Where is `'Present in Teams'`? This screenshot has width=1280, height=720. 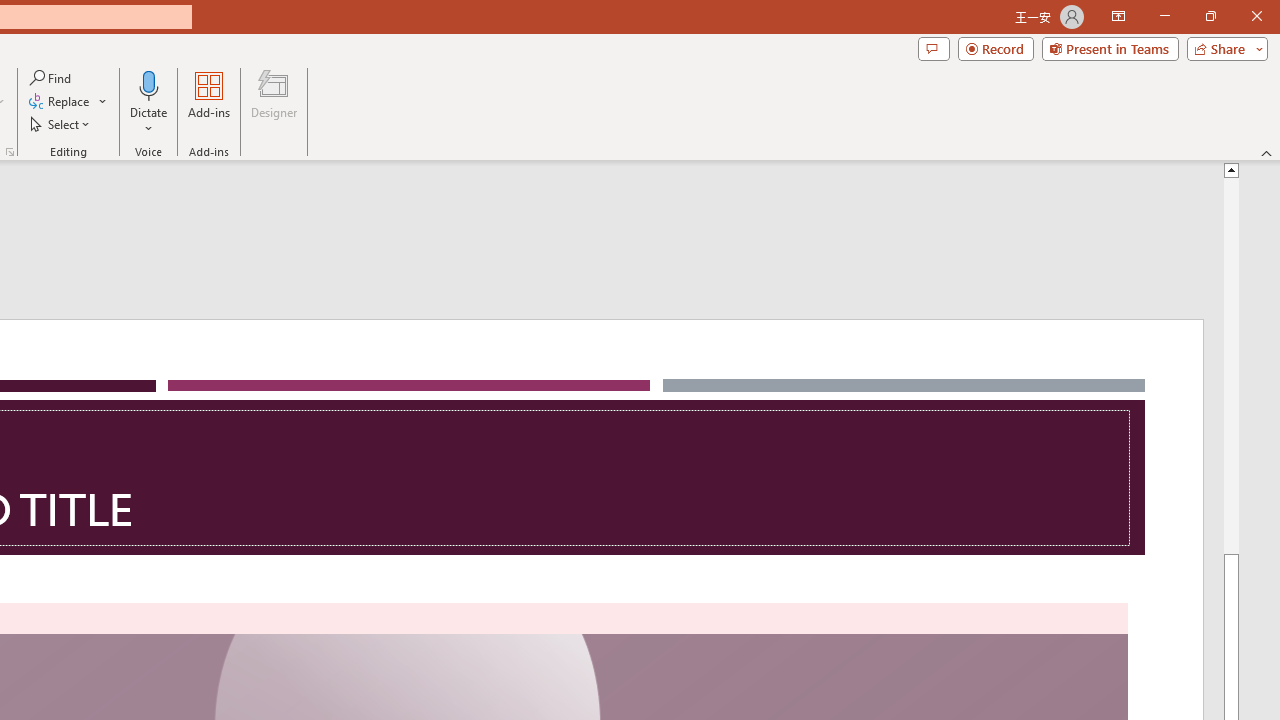
'Present in Teams' is located at coordinates (1109, 47).